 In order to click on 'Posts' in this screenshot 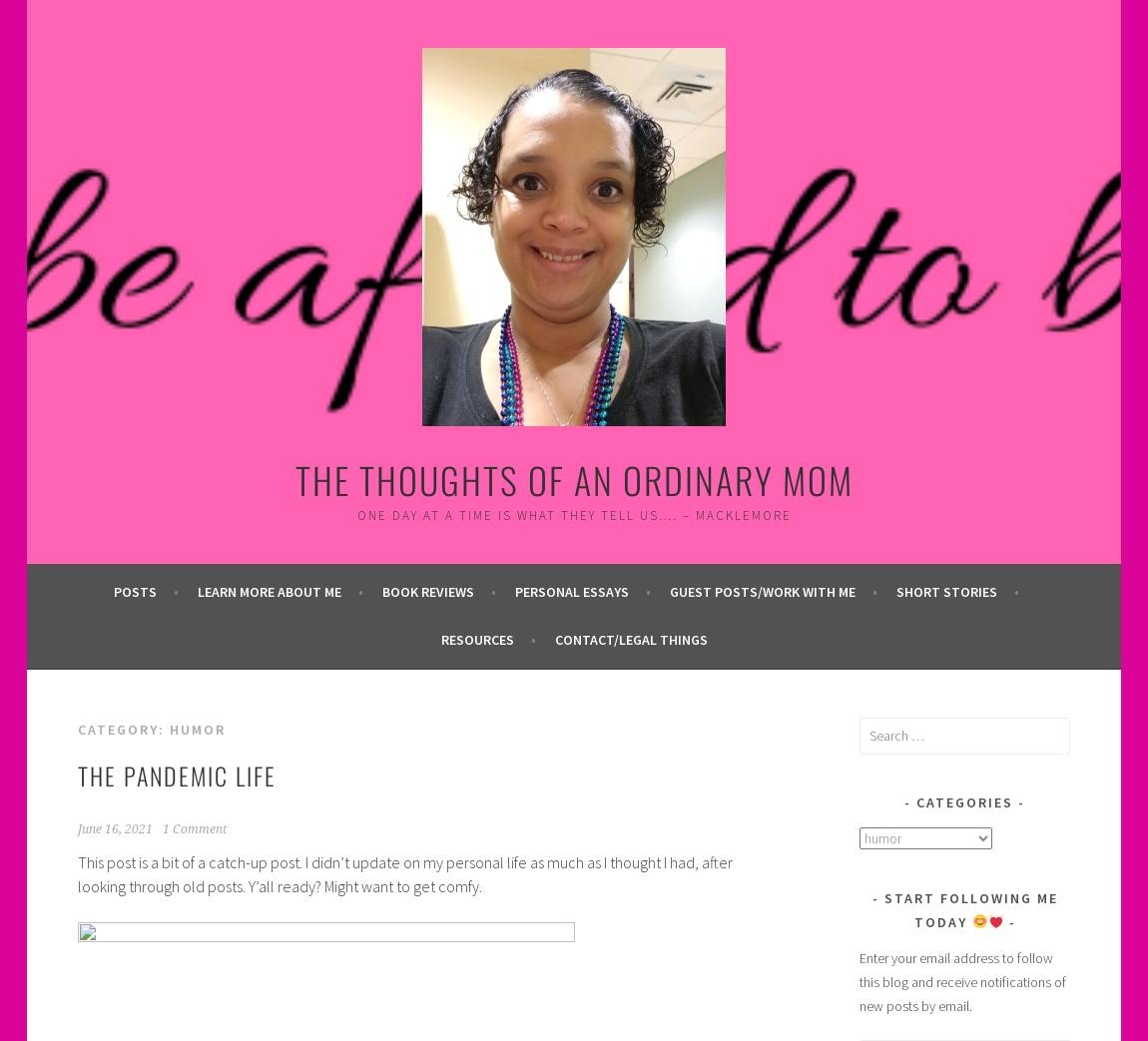, I will do `click(133, 591)`.